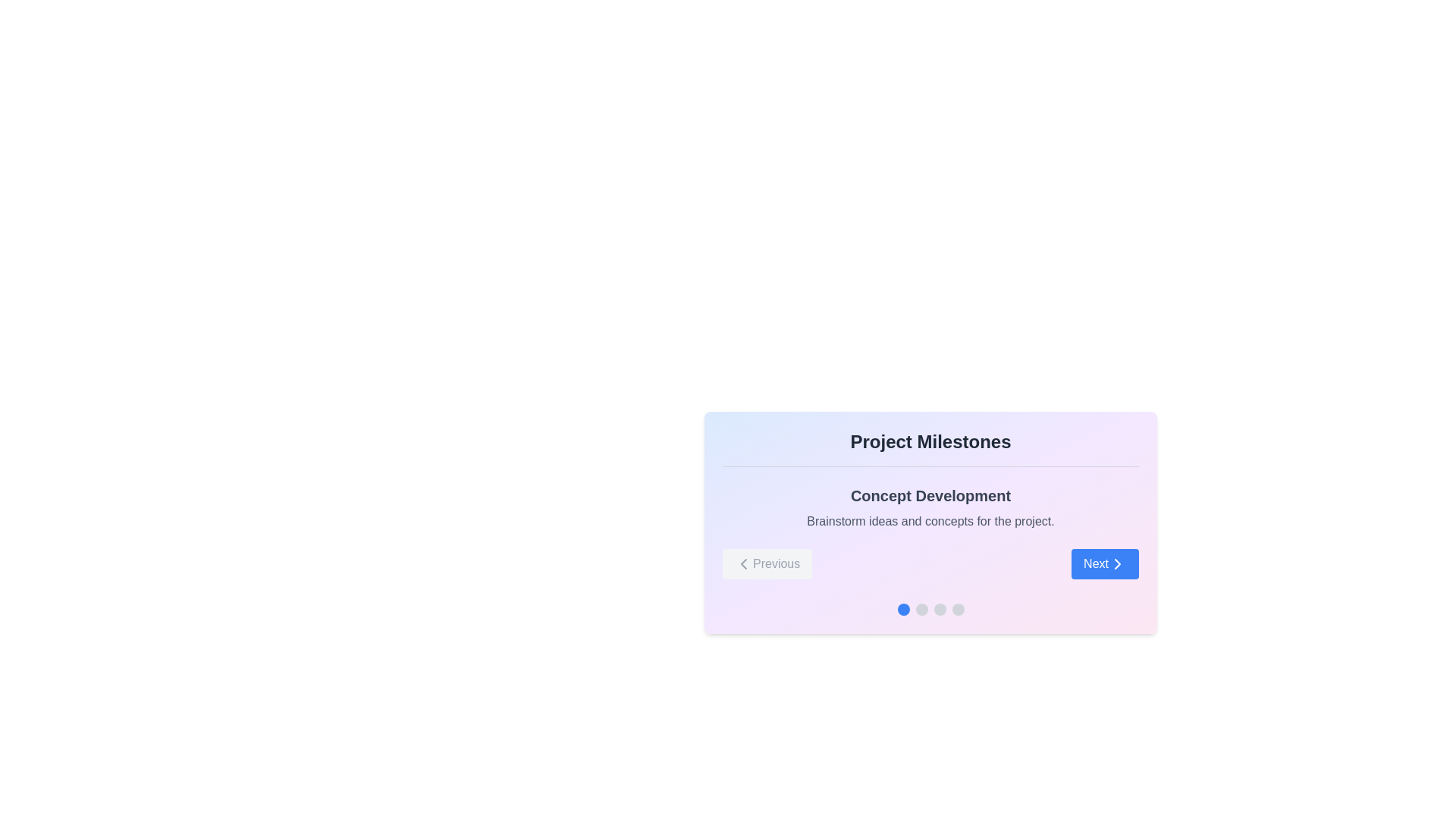 The height and width of the screenshot is (819, 1456). What do you see at coordinates (1117, 564) in the screenshot?
I see `the blue 'Next' button located in the bottom-right section of the visible card, which contains a right-chevron icon` at bounding box center [1117, 564].